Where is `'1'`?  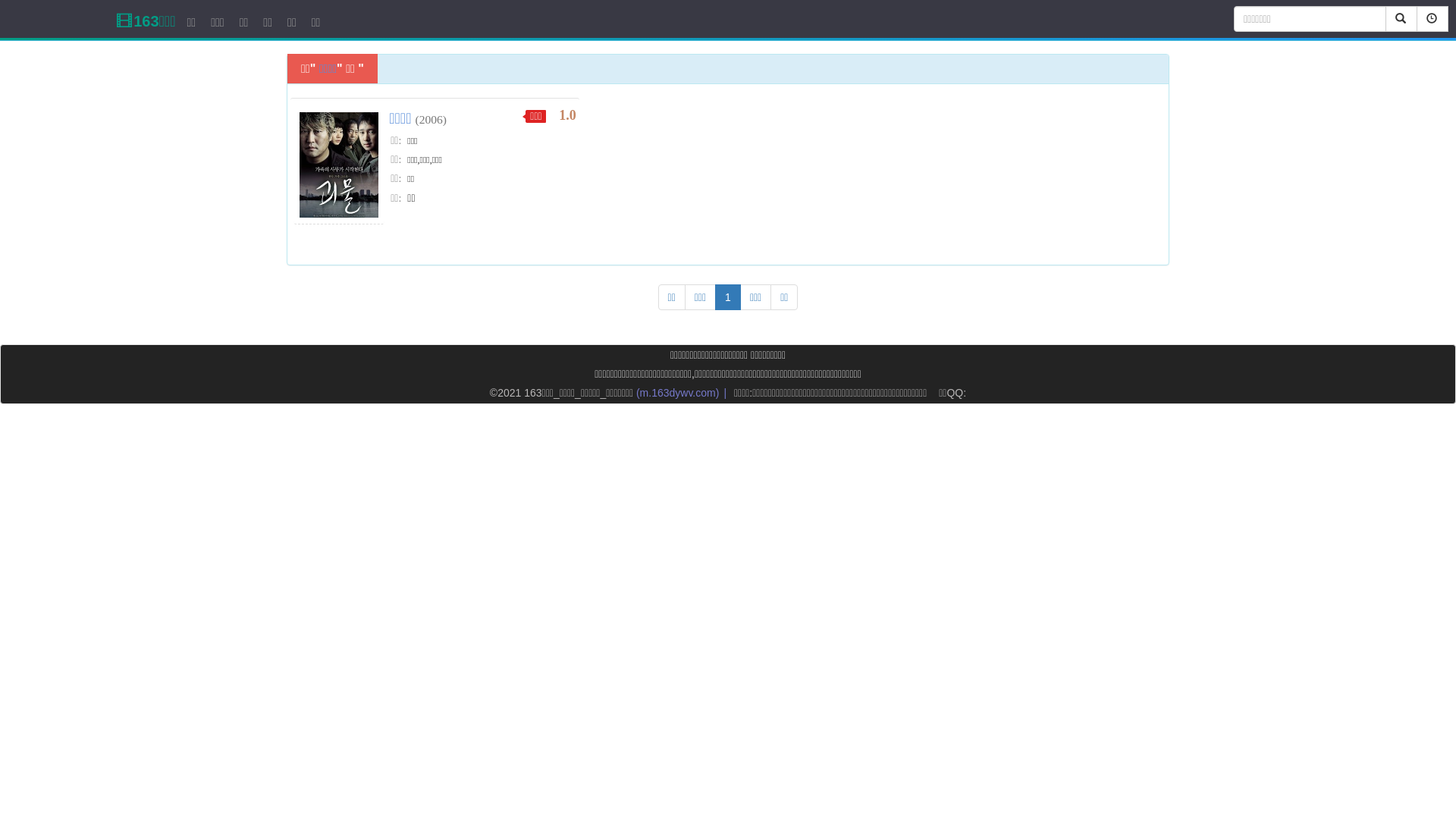
'1' is located at coordinates (714, 297).